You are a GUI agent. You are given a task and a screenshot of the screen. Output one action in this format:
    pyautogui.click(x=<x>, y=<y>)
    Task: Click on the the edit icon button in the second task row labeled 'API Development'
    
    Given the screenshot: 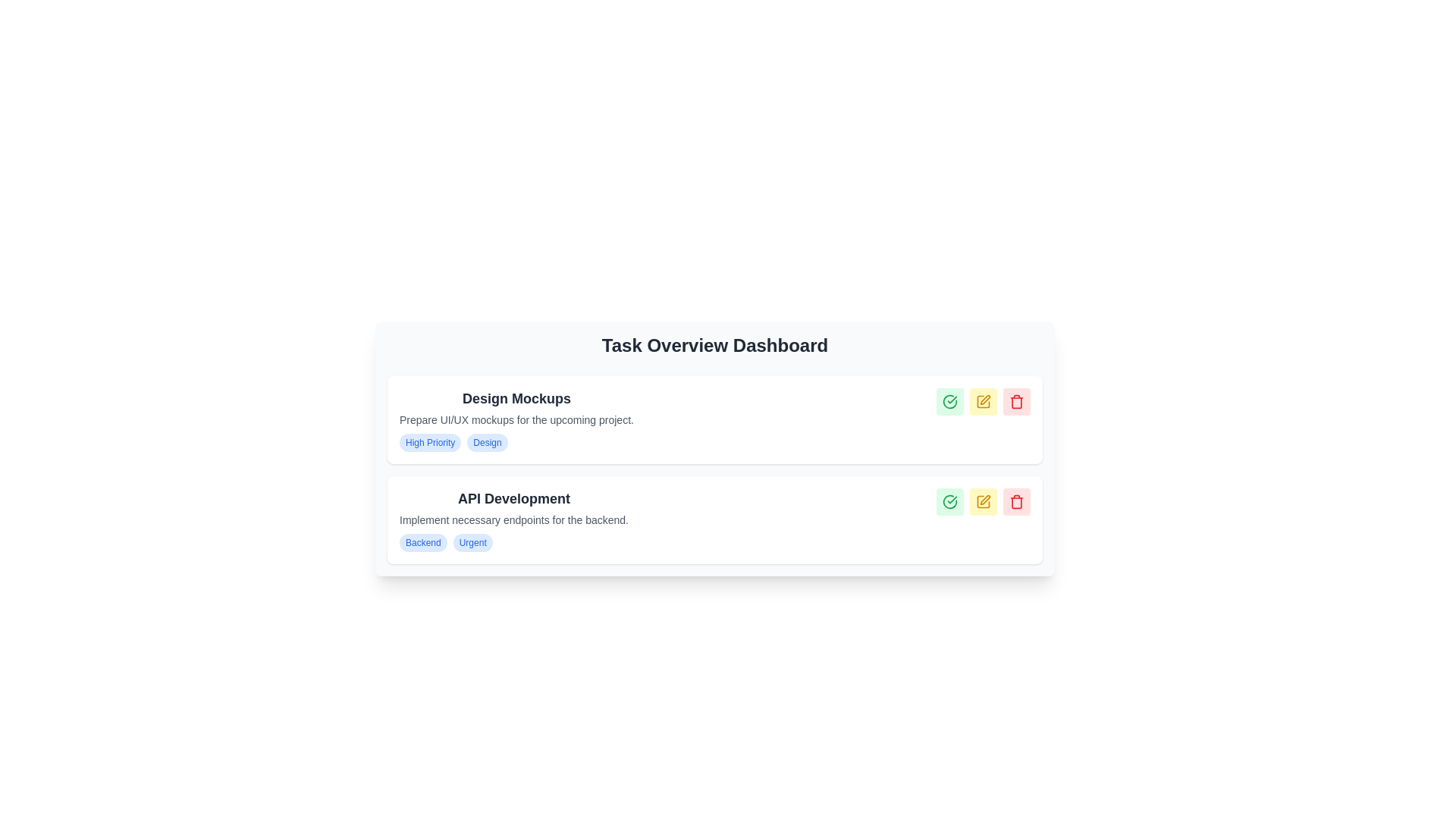 What is the action you would take?
    pyautogui.click(x=983, y=502)
    